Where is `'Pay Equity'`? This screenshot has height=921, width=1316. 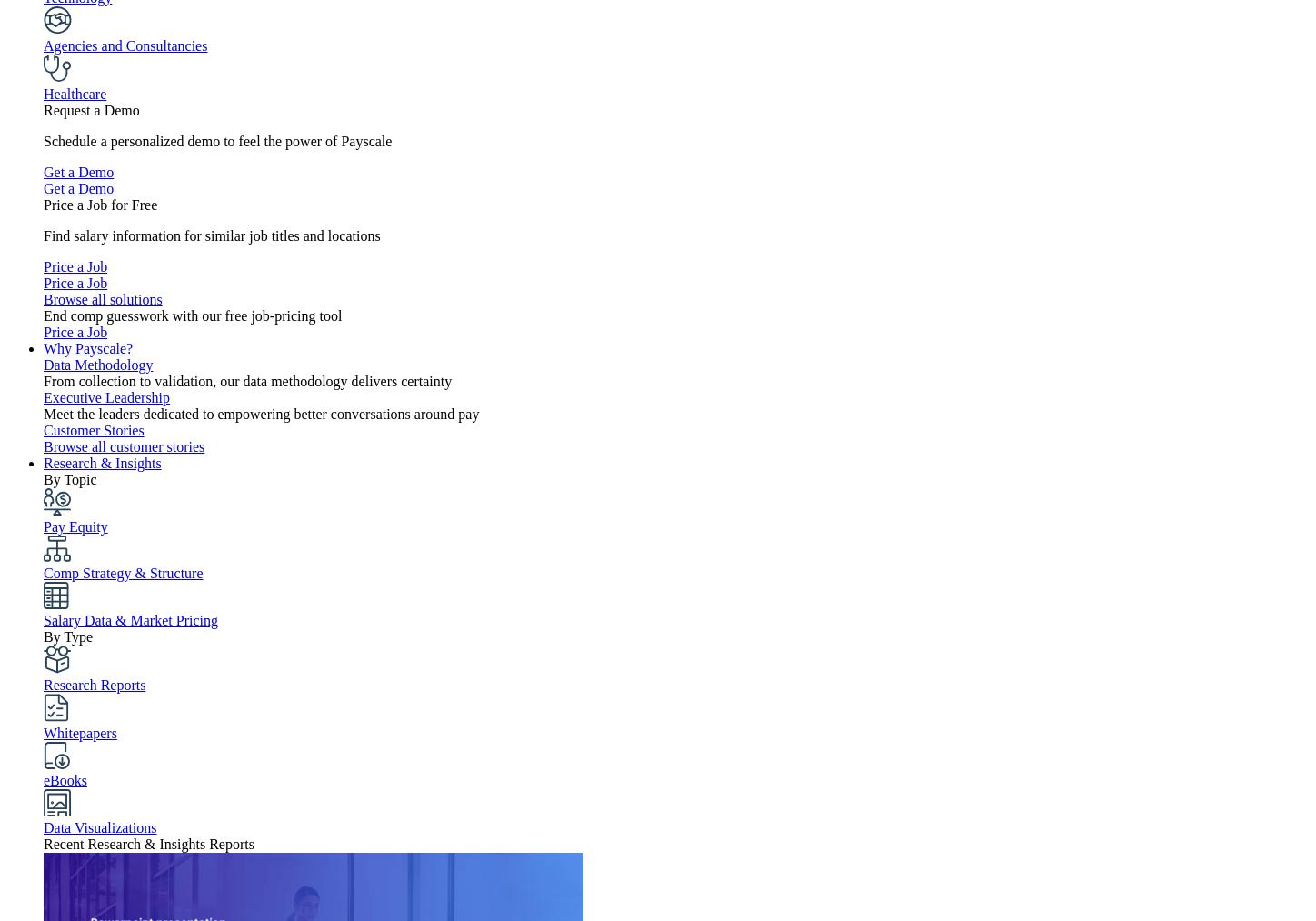
'Pay Equity' is located at coordinates (75, 526).